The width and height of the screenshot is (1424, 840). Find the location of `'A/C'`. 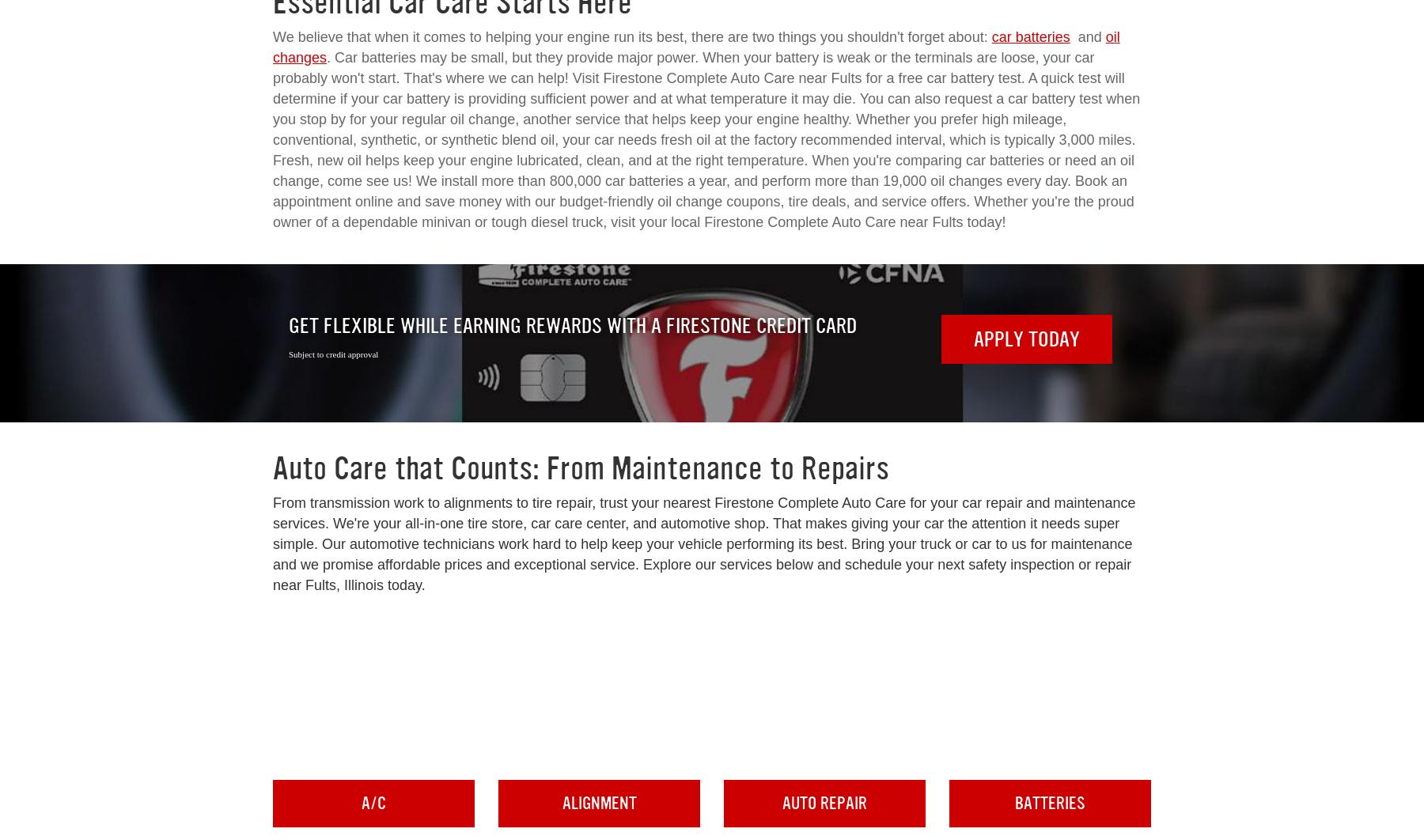

'A/C' is located at coordinates (373, 803).